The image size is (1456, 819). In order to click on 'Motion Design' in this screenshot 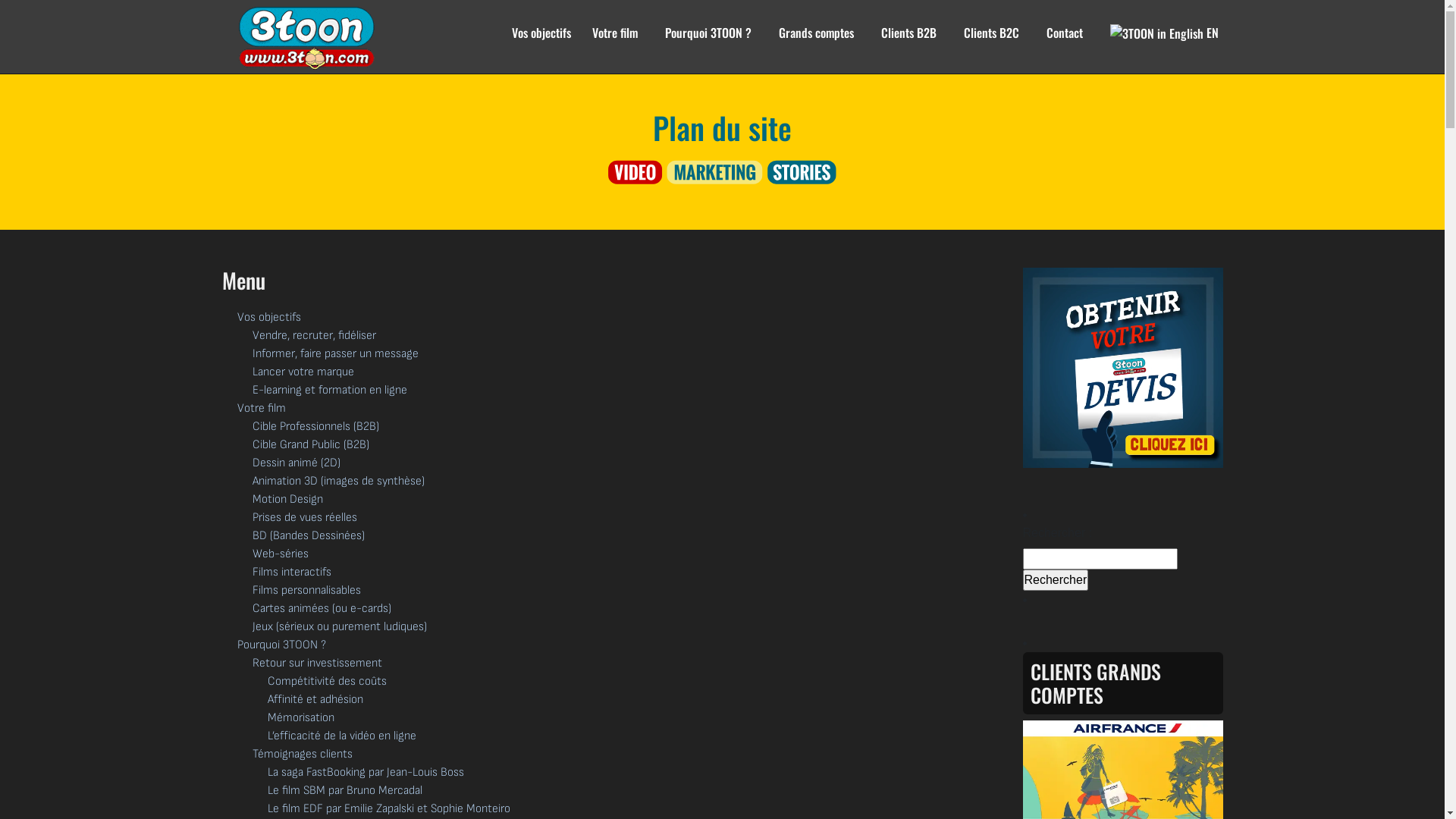, I will do `click(287, 499)`.